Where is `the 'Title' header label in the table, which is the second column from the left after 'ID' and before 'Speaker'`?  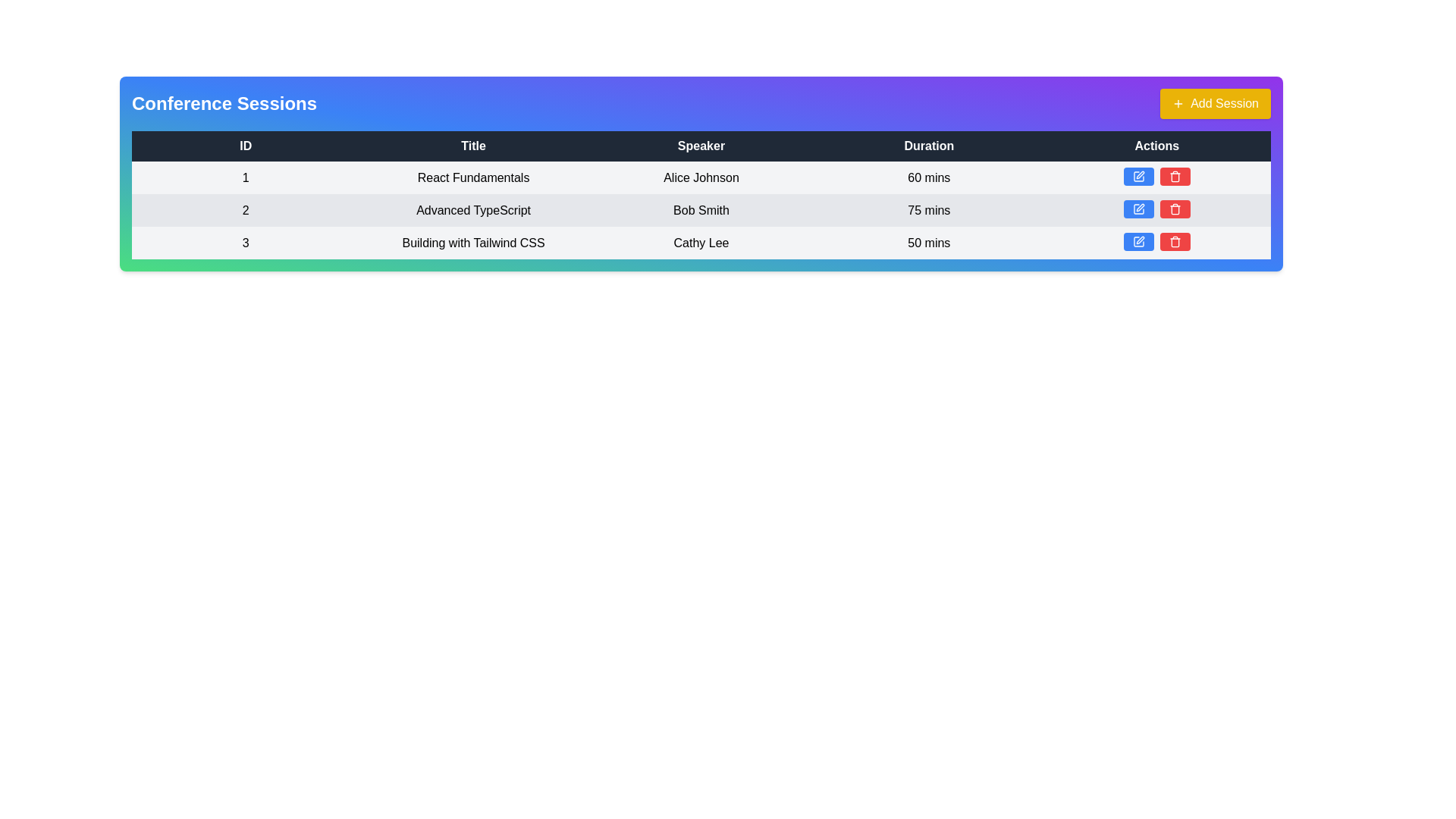 the 'Title' header label in the table, which is the second column from the left after 'ID' and before 'Speaker' is located at coordinates (472, 146).